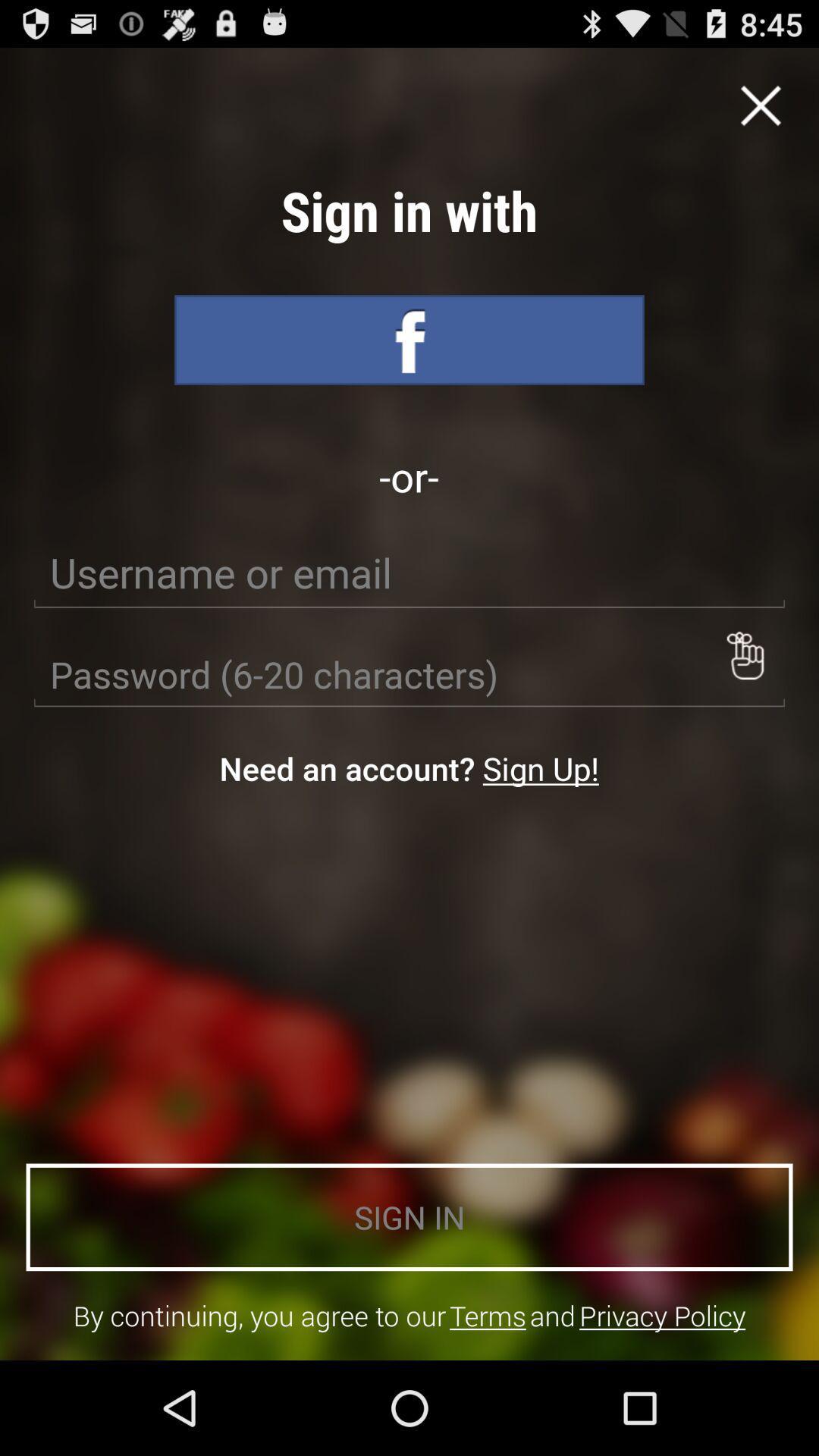 This screenshot has width=819, height=1456. I want to click on sign in with facebook, so click(409, 339).